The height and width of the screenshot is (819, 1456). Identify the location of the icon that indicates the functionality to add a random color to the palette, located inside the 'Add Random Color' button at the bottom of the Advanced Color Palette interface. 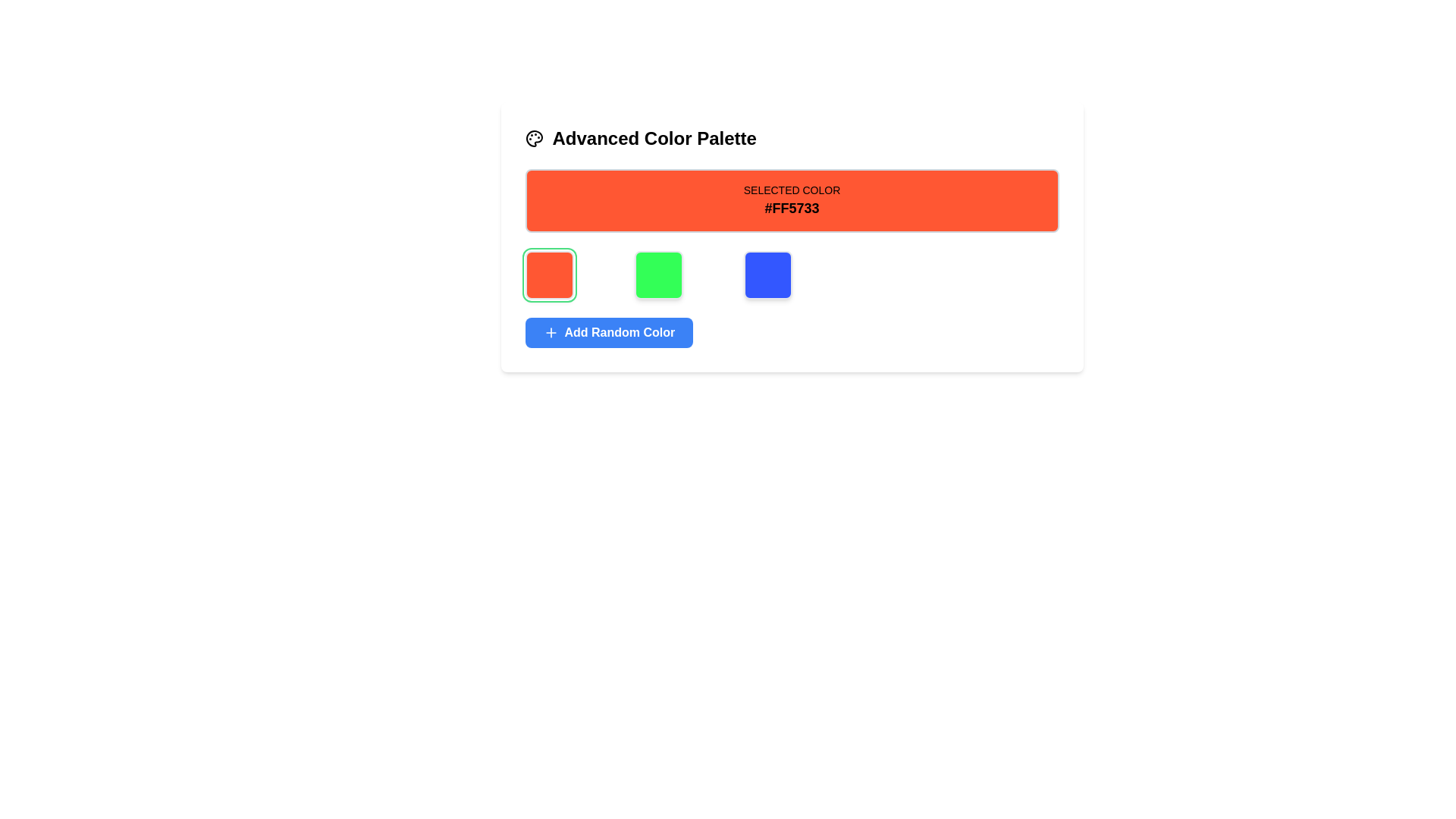
(550, 332).